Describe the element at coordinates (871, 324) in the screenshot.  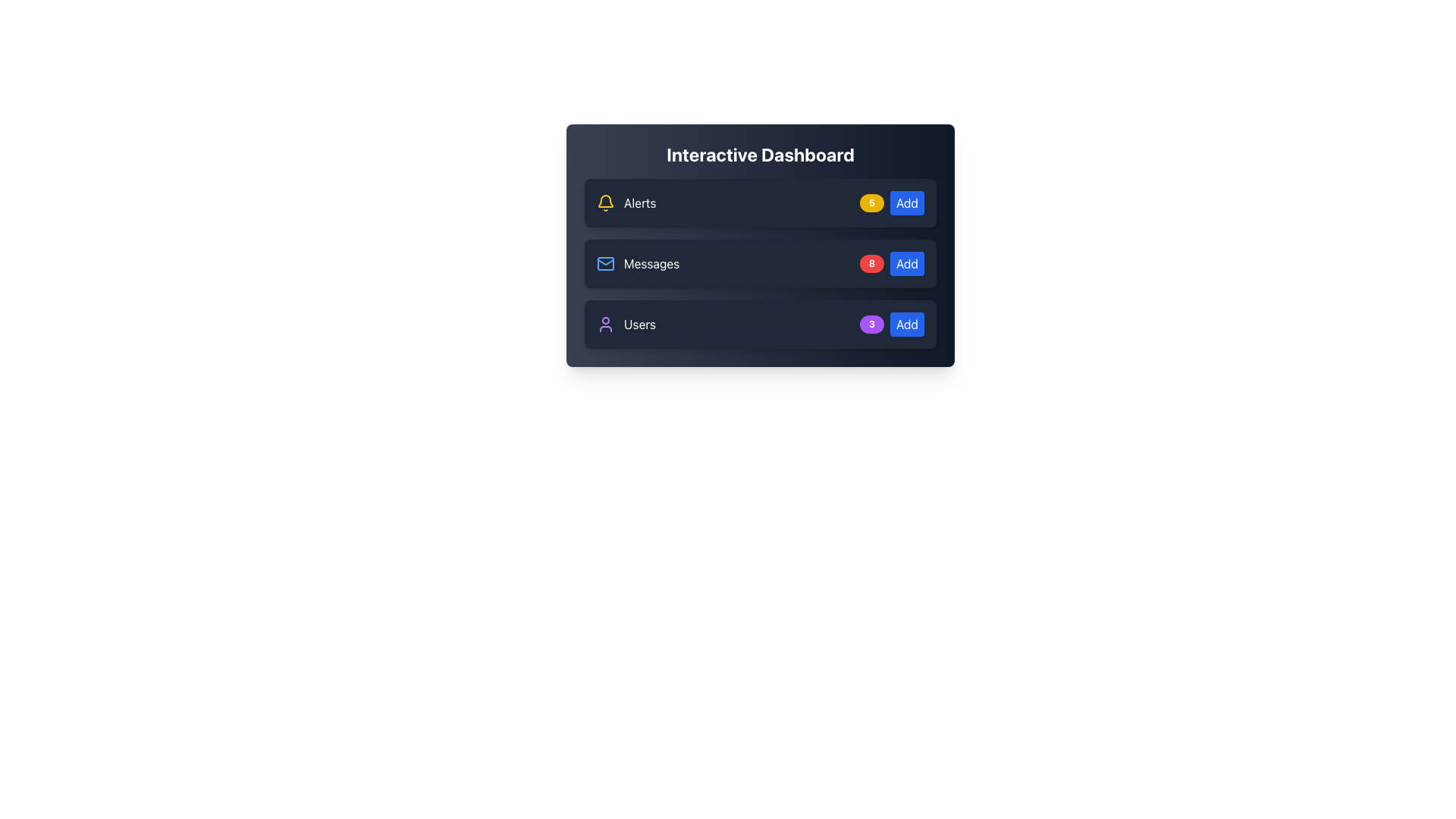
I see `the badge indicating the number '3' located to the left of the blue 'Add' button in the 'Users' section of the 'Interactive Dashboard'` at that location.